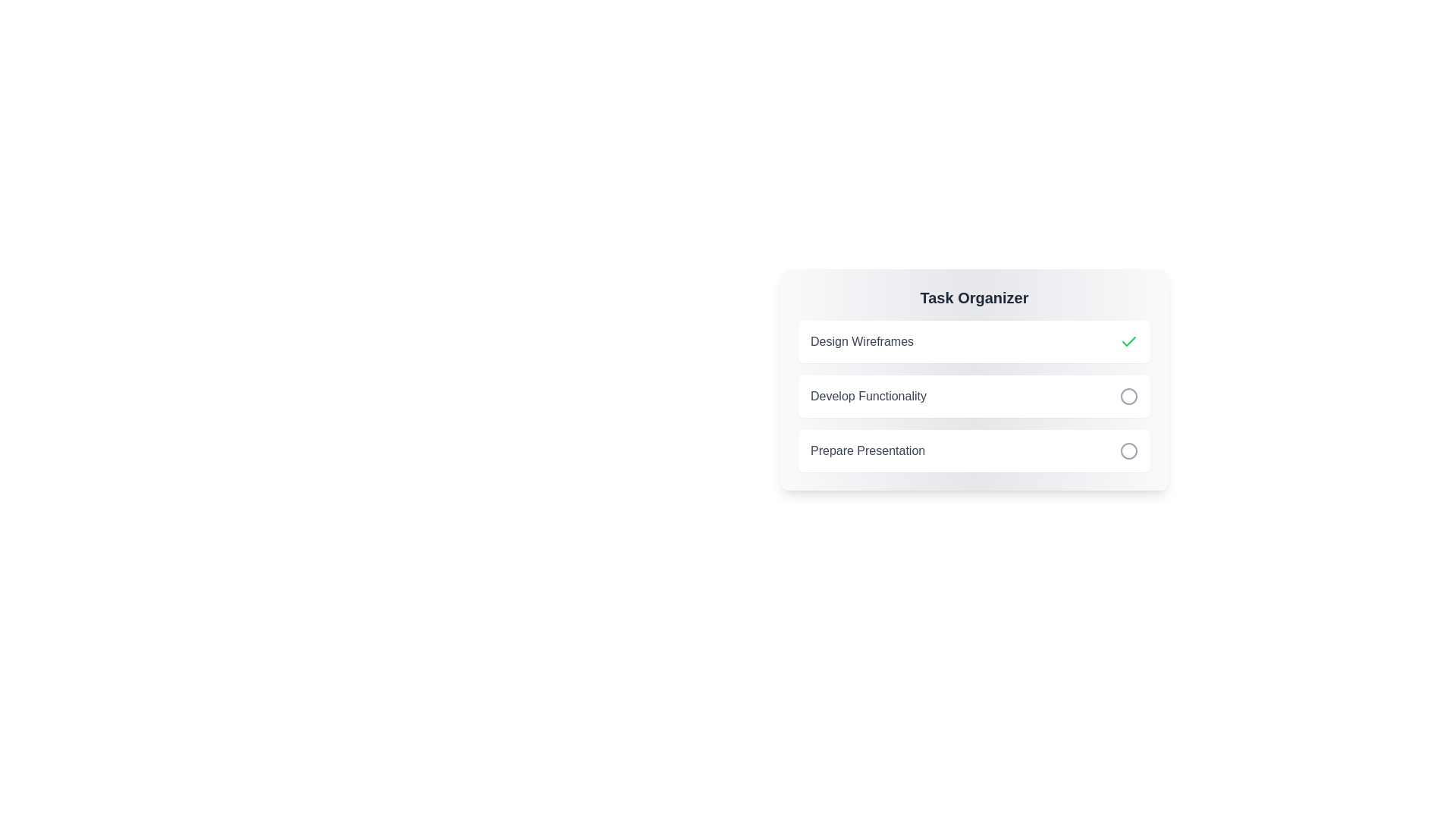 The image size is (1456, 819). Describe the element at coordinates (1128, 396) in the screenshot. I see `the task identified by its title Develop Functionality` at that location.